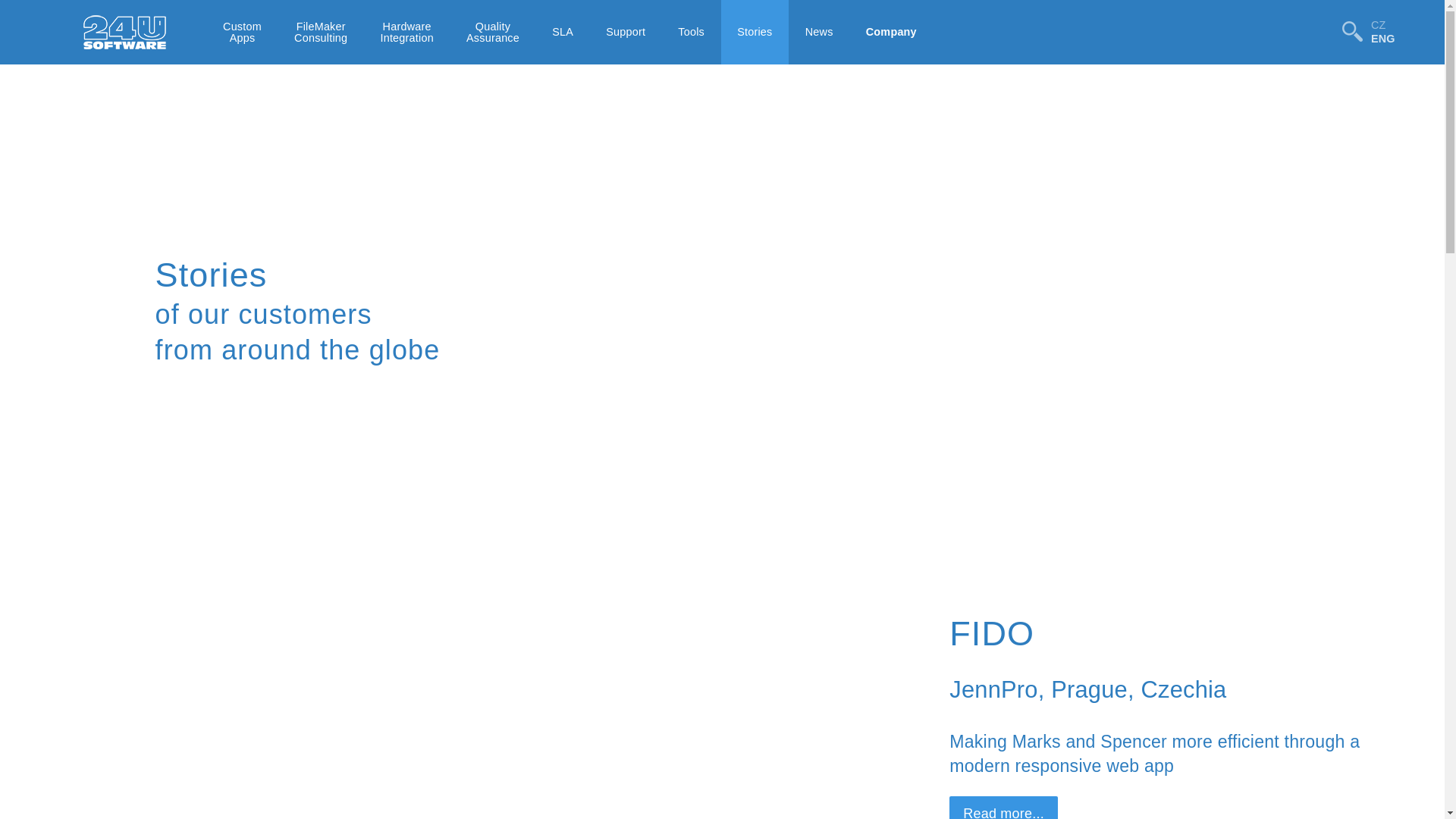 The height and width of the screenshot is (819, 1456). What do you see at coordinates (562, 32) in the screenshot?
I see `'SLA'` at bounding box center [562, 32].